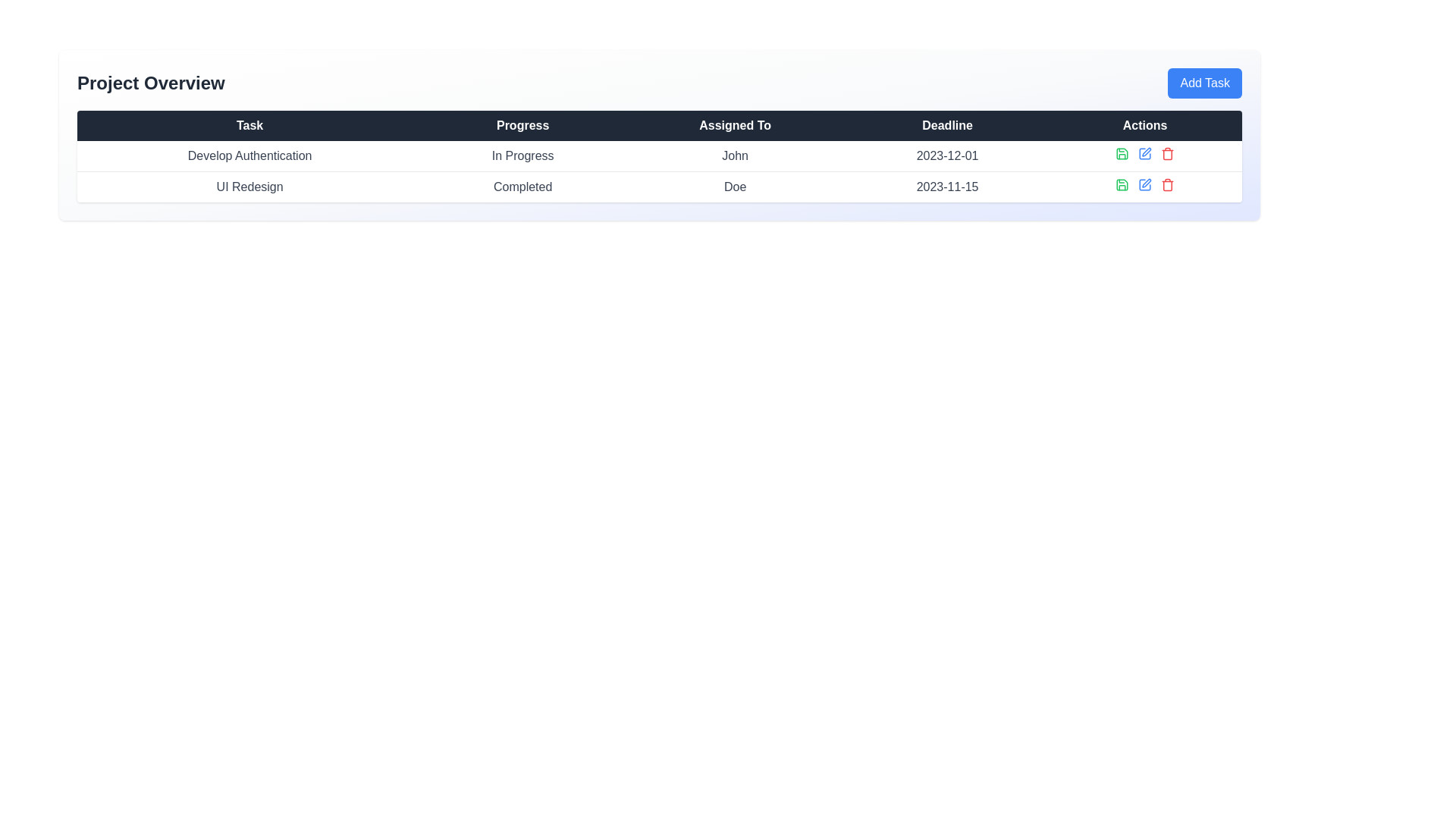 The width and height of the screenshot is (1456, 819). I want to click on the blue pen icon in the 'Actions' column of the second row under the 'Project Overview' header, so click(1145, 184).